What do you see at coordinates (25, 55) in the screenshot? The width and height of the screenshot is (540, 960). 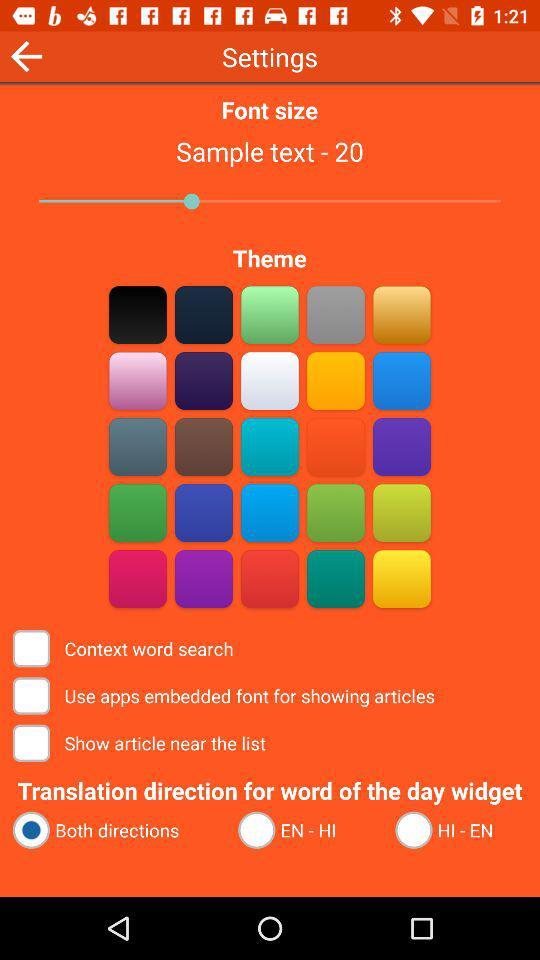 I see `the icon to the left of font size icon` at bounding box center [25, 55].